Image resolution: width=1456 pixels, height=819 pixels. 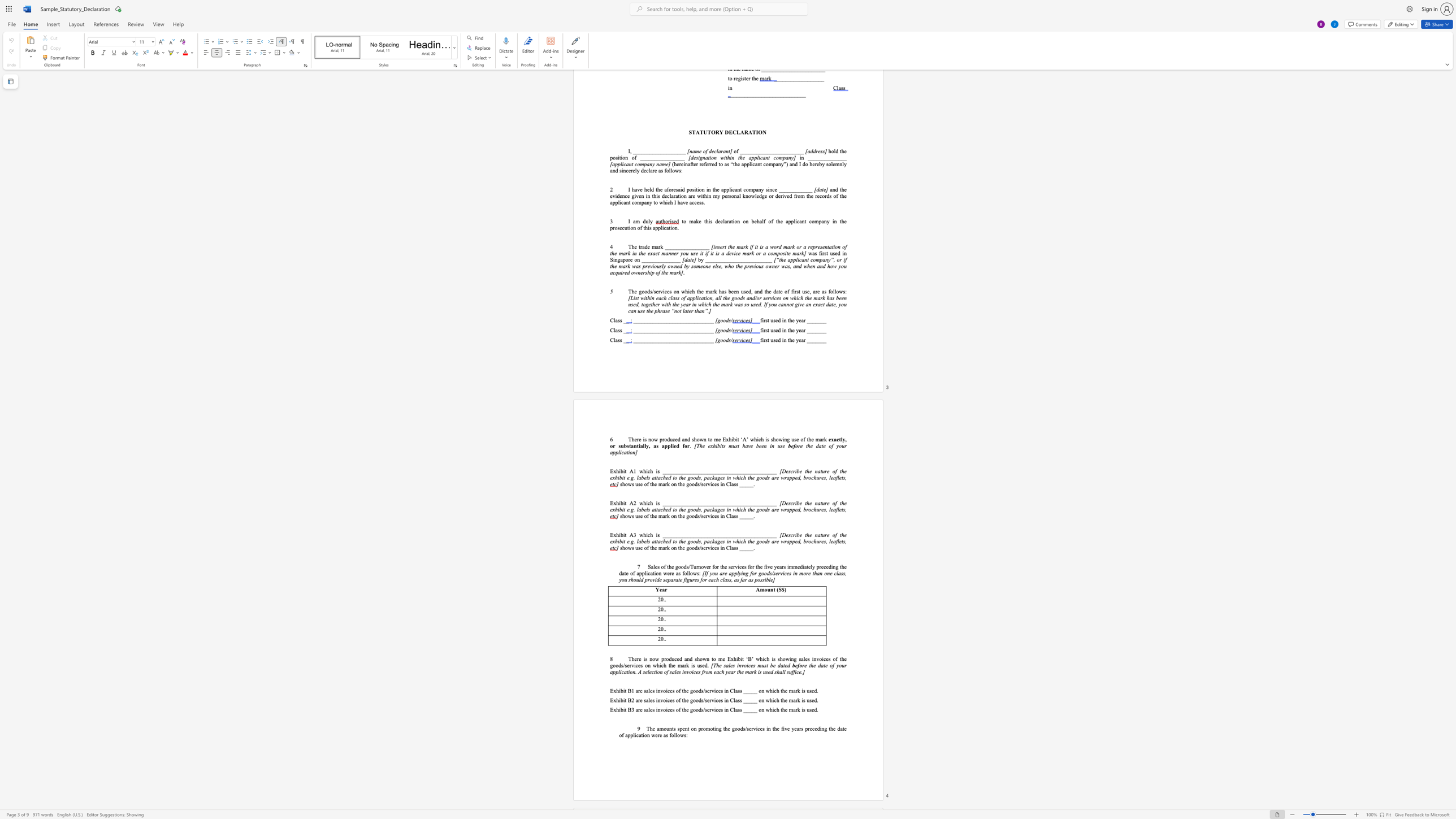 What do you see at coordinates (720, 566) in the screenshot?
I see `the subset text "the services for th" within the text "Sales of the goods/Turnover for the services for the five years"` at bounding box center [720, 566].